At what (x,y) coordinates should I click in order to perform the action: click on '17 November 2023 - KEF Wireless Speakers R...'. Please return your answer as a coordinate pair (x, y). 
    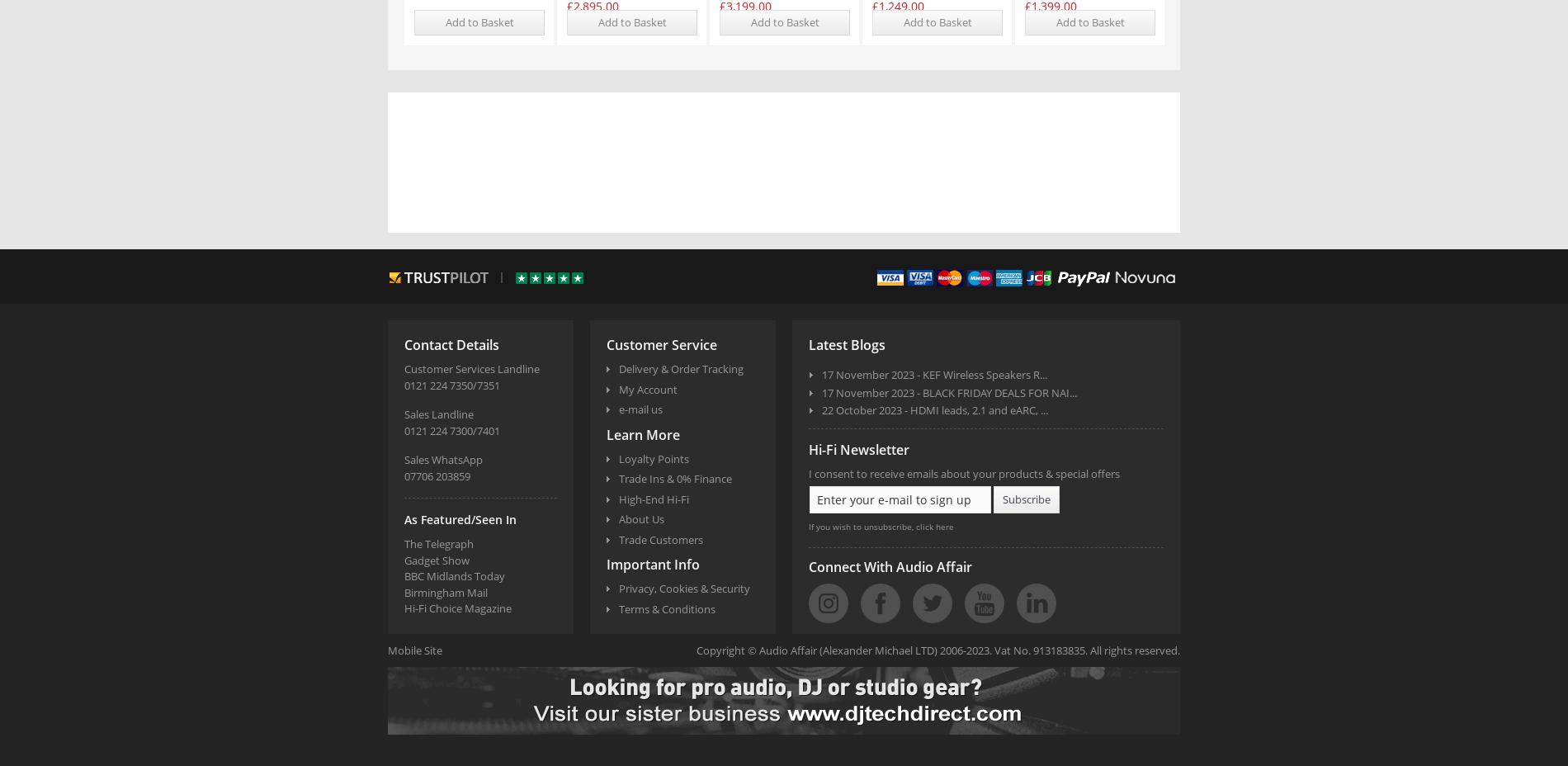
    Looking at the image, I should click on (821, 374).